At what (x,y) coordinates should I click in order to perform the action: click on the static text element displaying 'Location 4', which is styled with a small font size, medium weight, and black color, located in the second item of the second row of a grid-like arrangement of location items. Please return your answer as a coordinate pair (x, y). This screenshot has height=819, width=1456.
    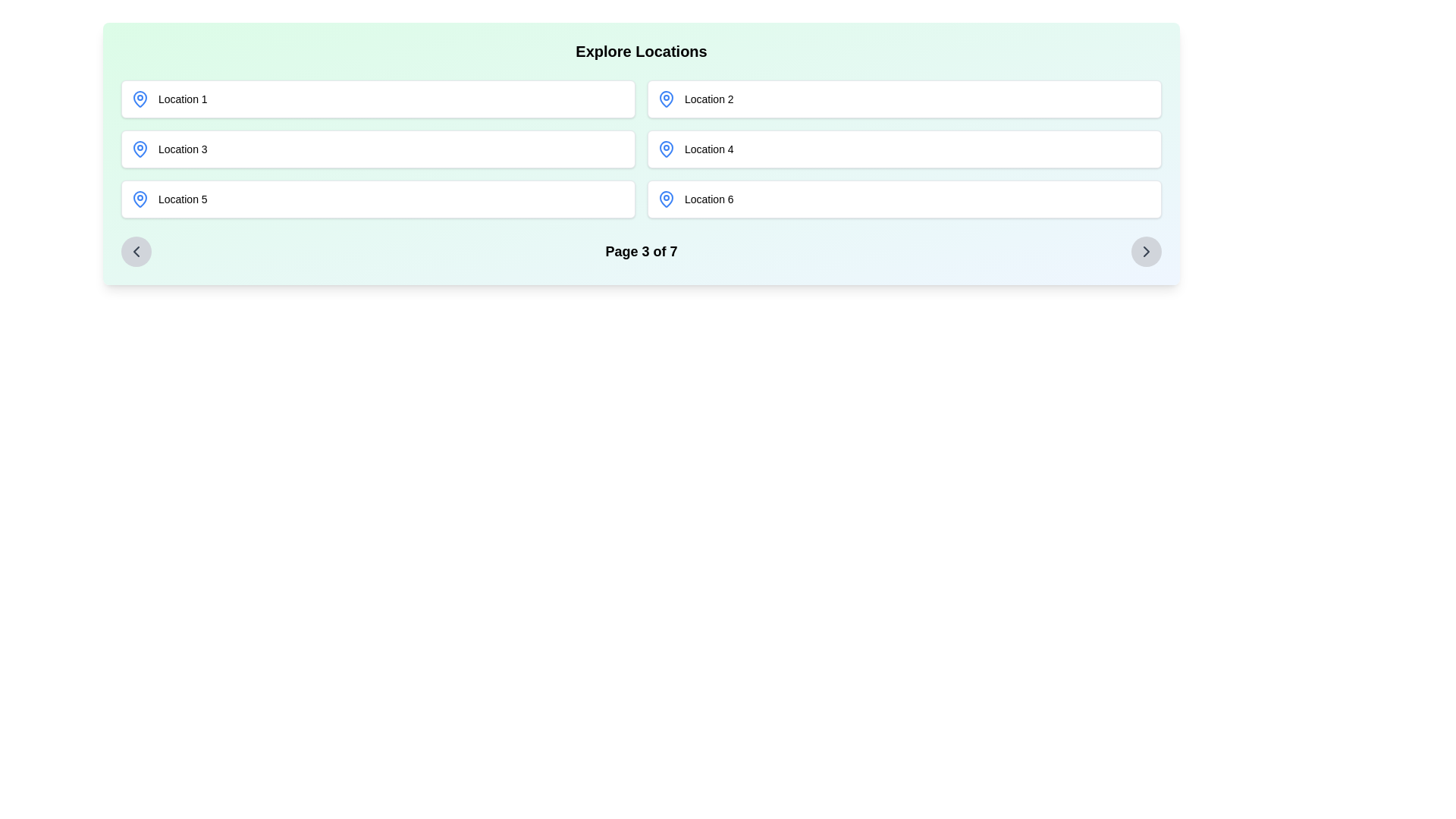
    Looking at the image, I should click on (708, 149).